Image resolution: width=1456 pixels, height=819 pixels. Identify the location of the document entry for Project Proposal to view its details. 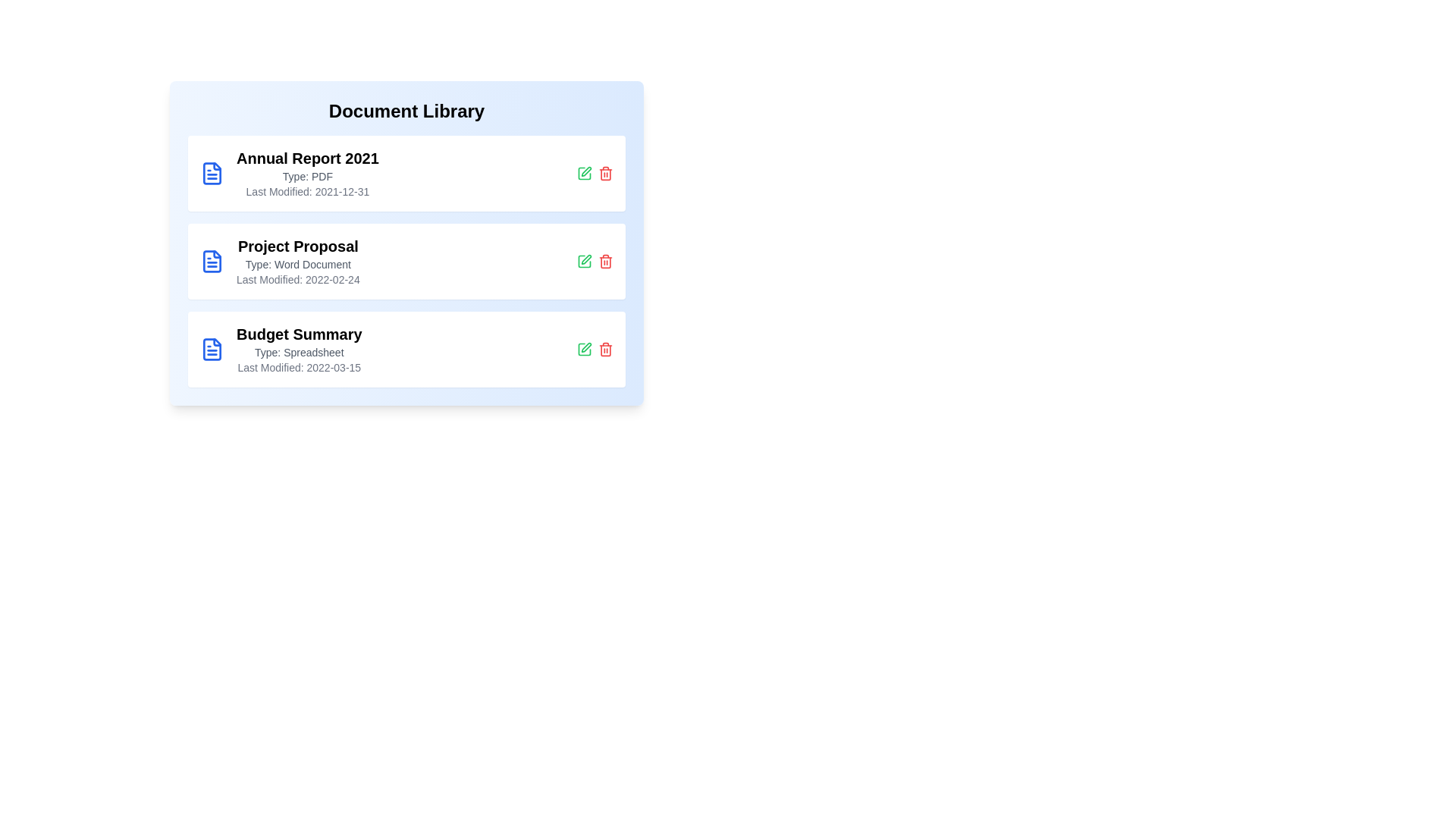
(406, 260).